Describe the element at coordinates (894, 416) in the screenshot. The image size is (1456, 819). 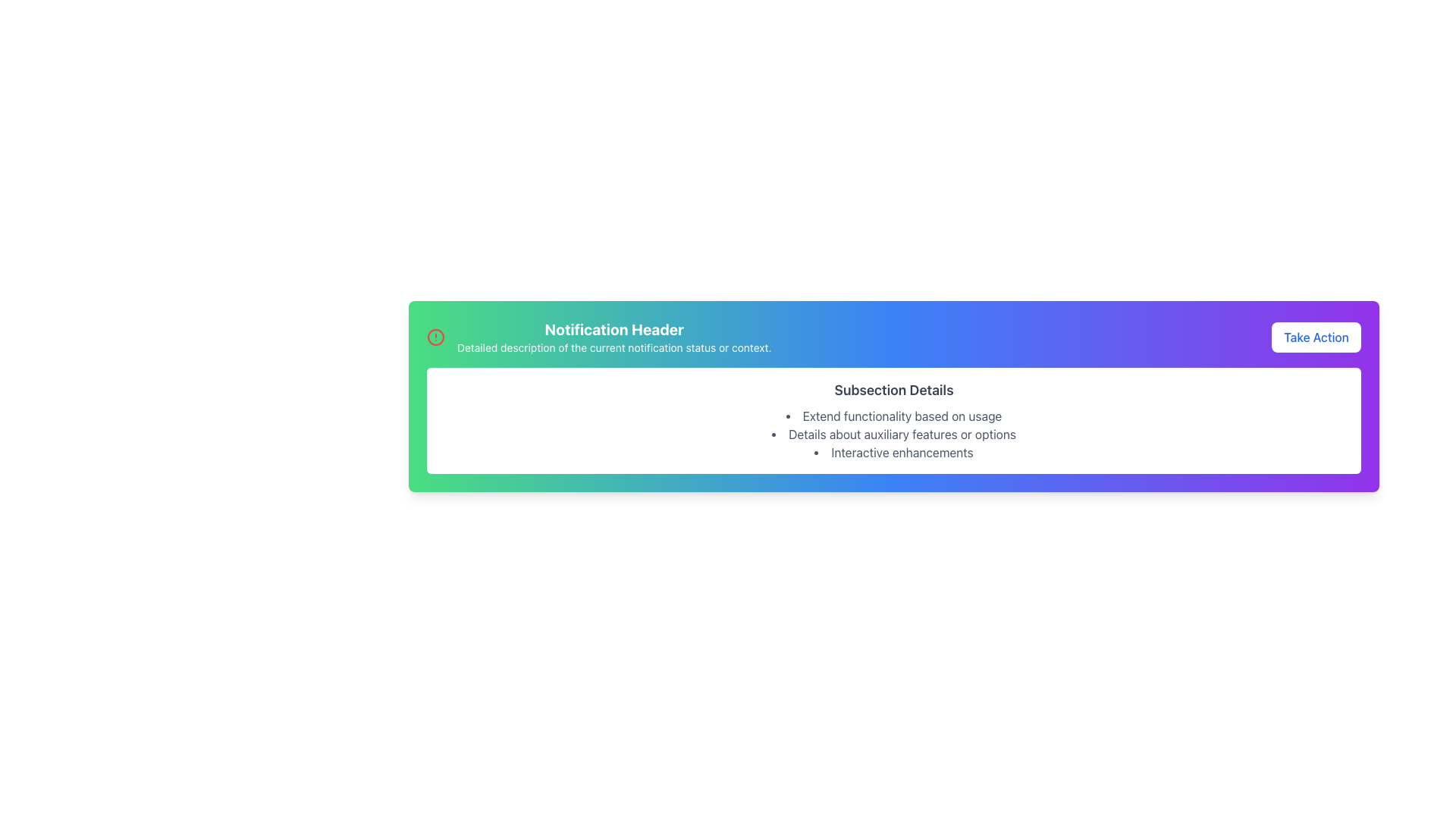
I see `the text element displaying the phrase 'Extend functionality based on usage', which is styled with a bullet point on its left and positioned as the first item in a bulleted list under the header 'Subsection Details'` at that location.